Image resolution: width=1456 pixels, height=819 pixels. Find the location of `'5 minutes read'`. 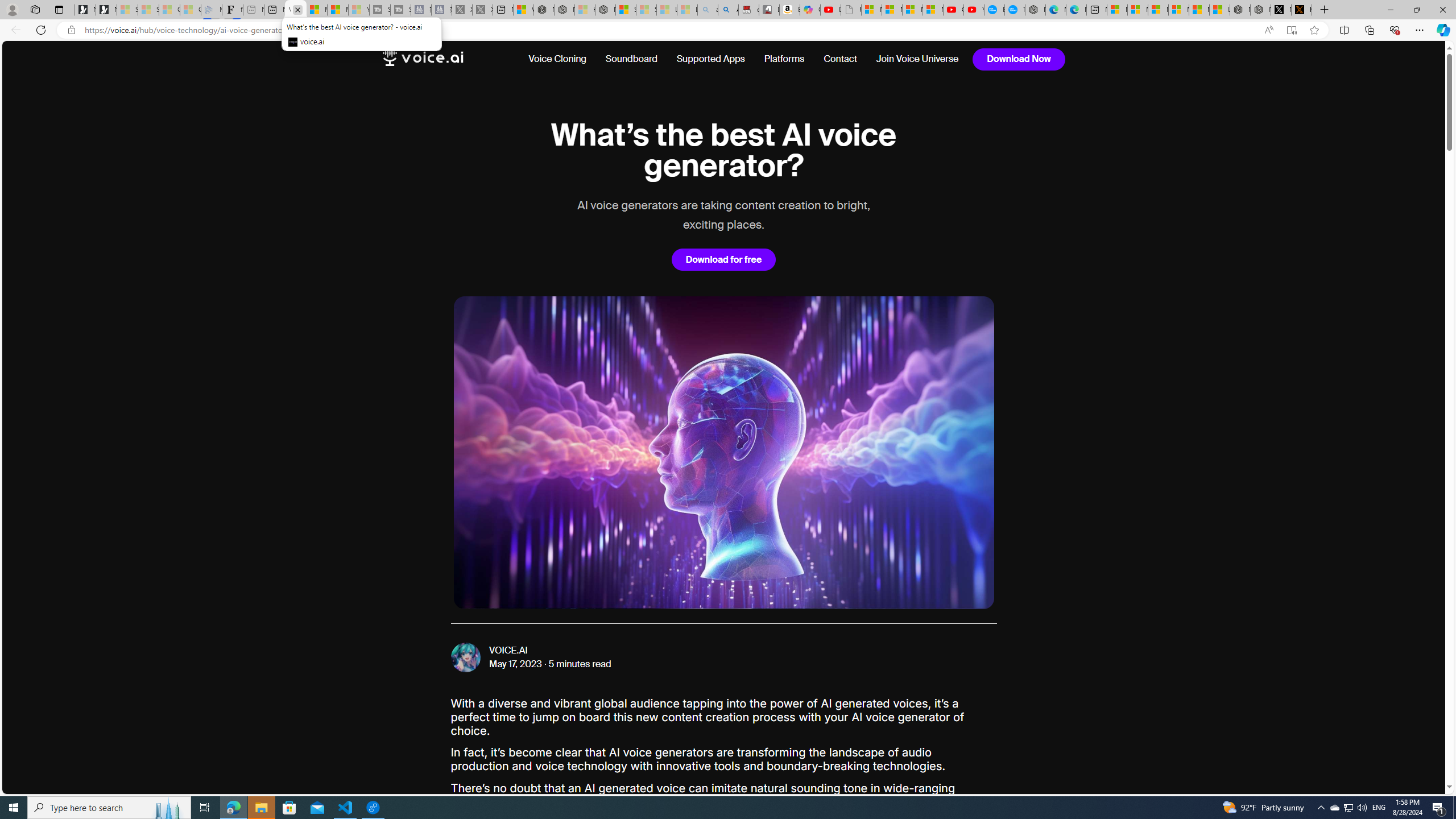

'5 minutes read' is located at coordinates (580, 664).